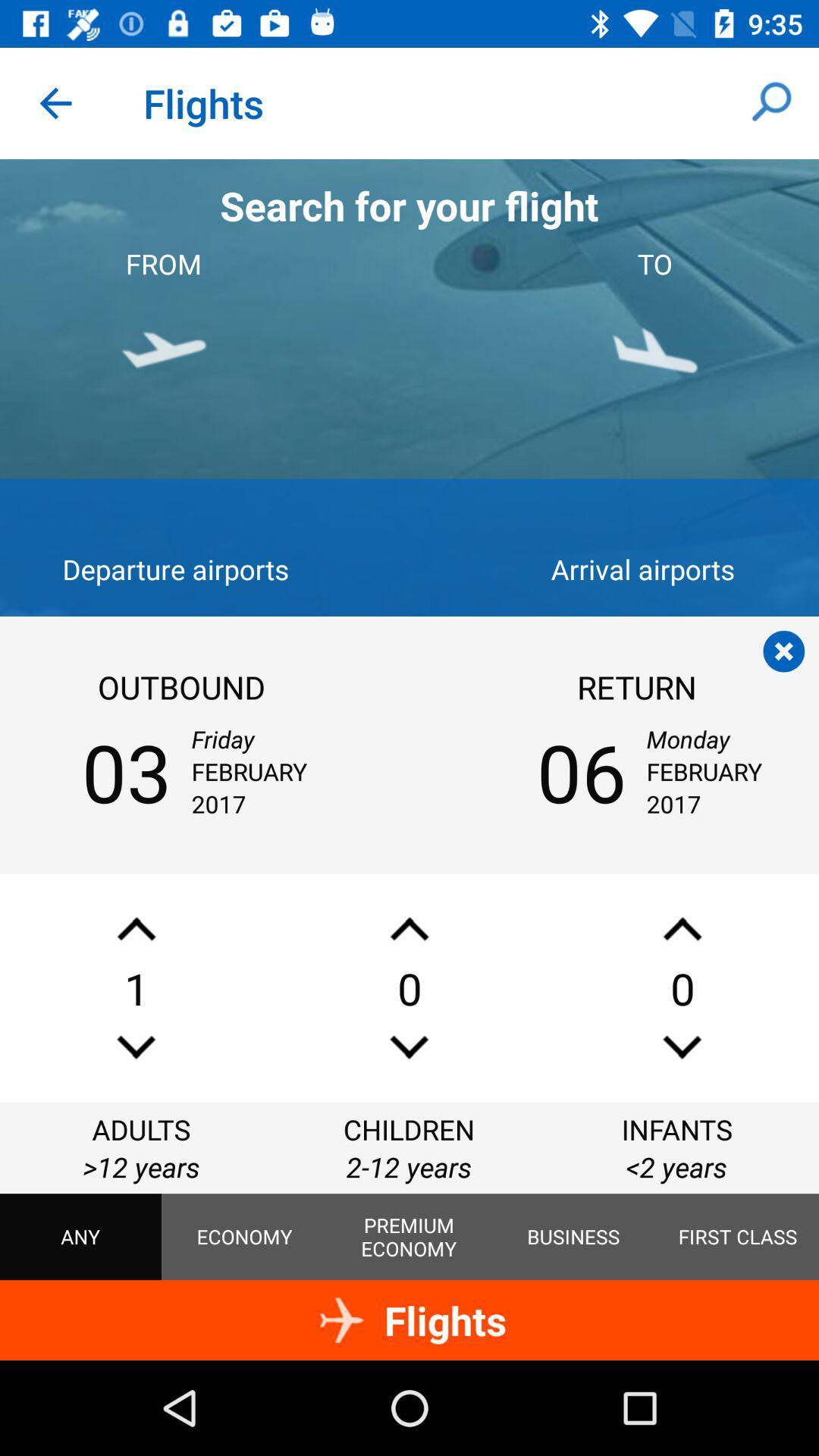 The width and height of the screenshot is (819, 1456). Describe the element at coordinates (573, 1237) in the screenshot. I see `icon next to premium economy` at that location.